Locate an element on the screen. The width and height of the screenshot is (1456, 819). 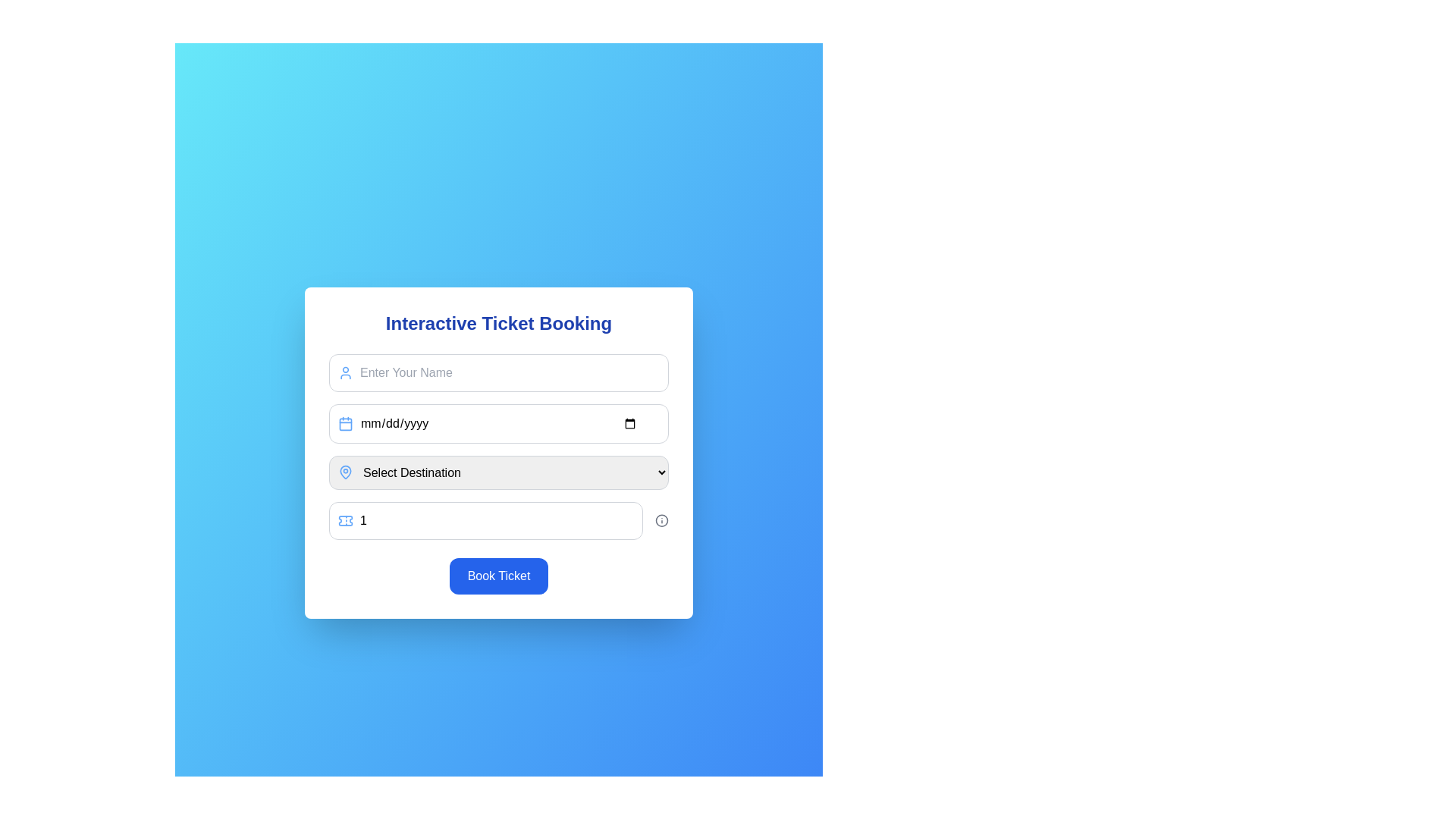
the heading displaying 'Interactive Ticket Booking' in blue color and bold font, which is positioned at the top of the form section is located at coordinates (498, 322).